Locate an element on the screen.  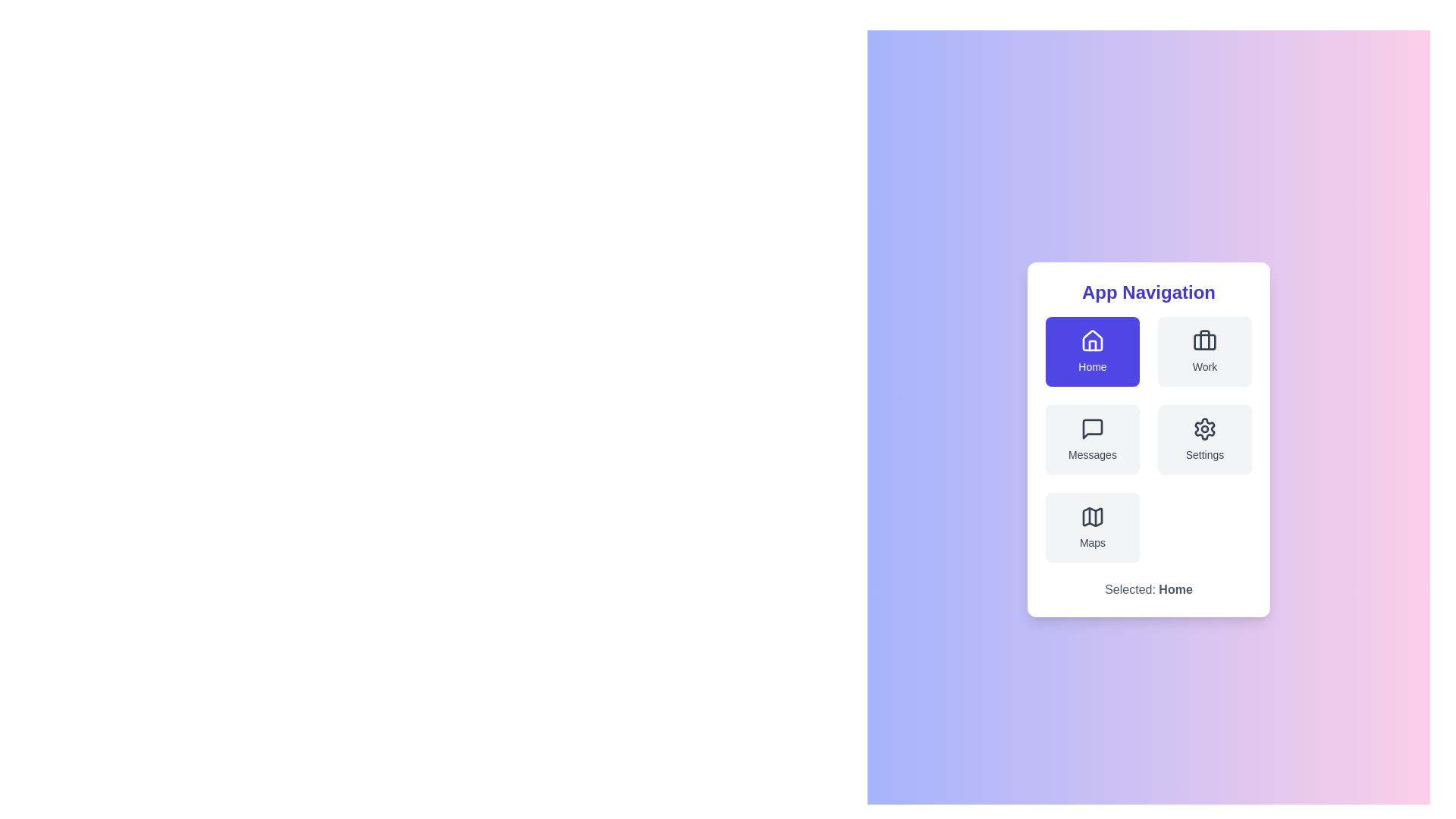
the menu item Messages from the available options is located at coordinates (1092, 439).